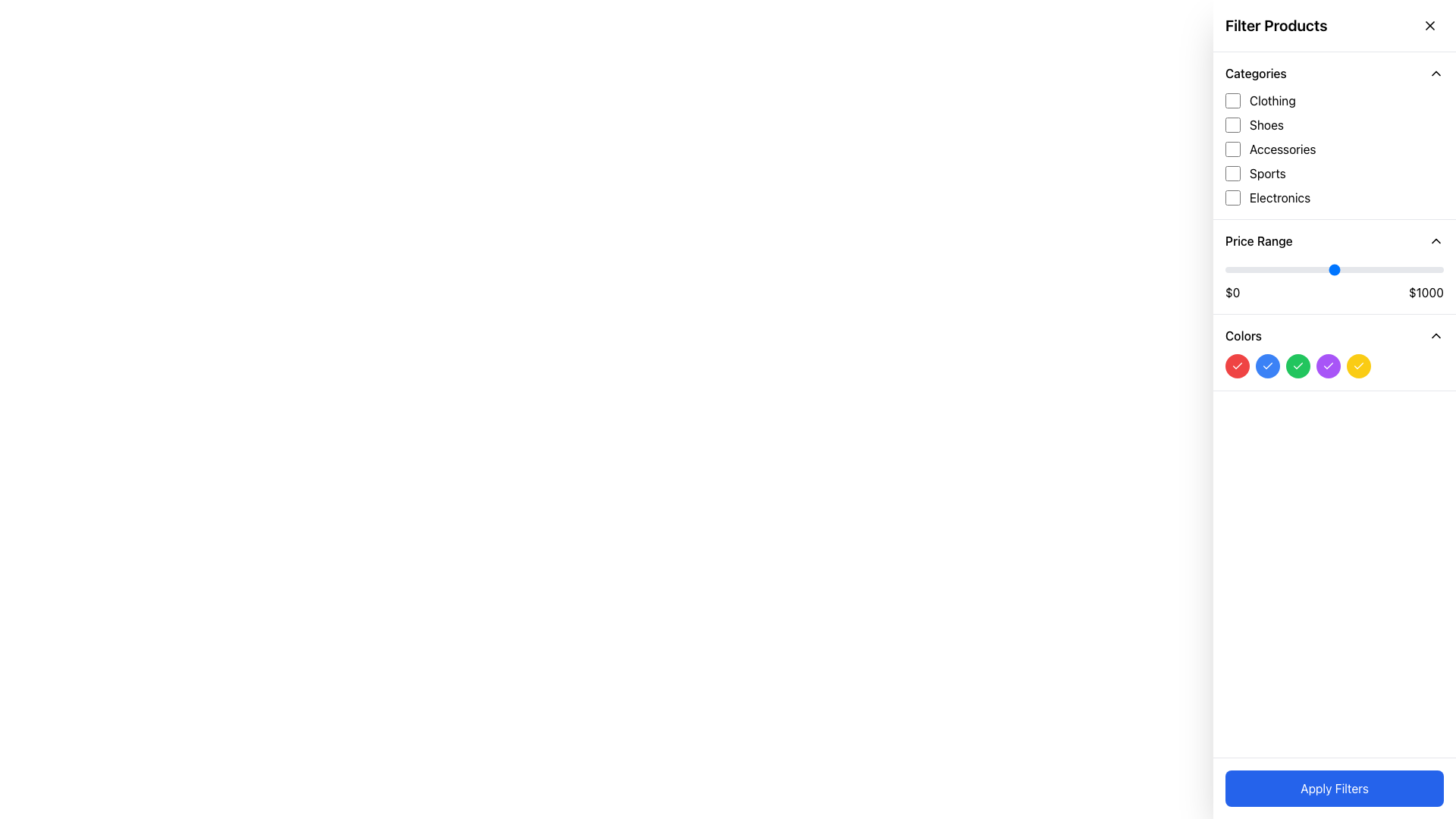 This screenshot has height=819, width=1456. I want to click on the icon that visually indicates the active state of the purple circular button located in the Colors section of the sidebar, so click(1328, 366).